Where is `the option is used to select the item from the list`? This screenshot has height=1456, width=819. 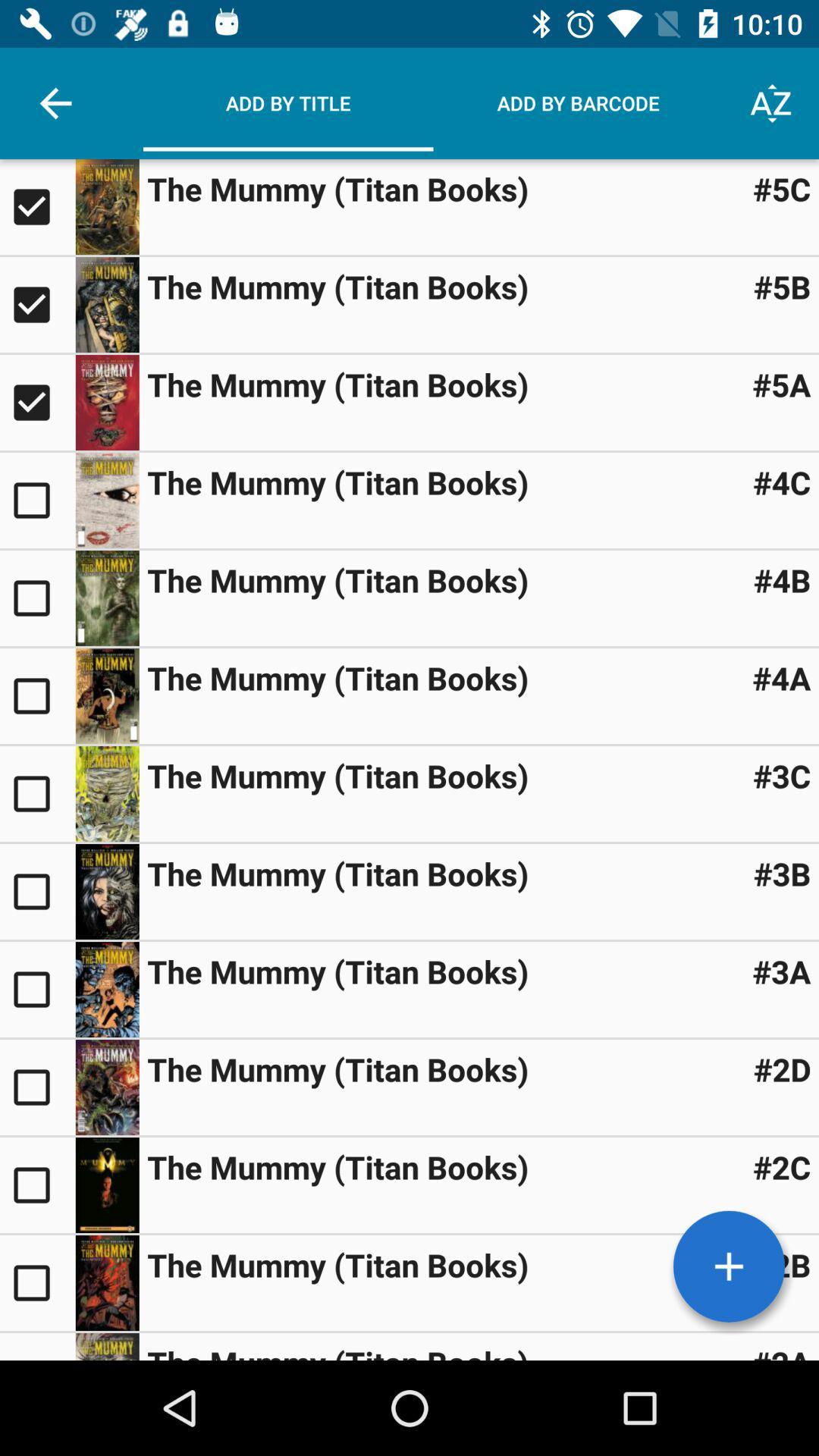 the option is used to select the item from the list is located at coordinates (36, 990).